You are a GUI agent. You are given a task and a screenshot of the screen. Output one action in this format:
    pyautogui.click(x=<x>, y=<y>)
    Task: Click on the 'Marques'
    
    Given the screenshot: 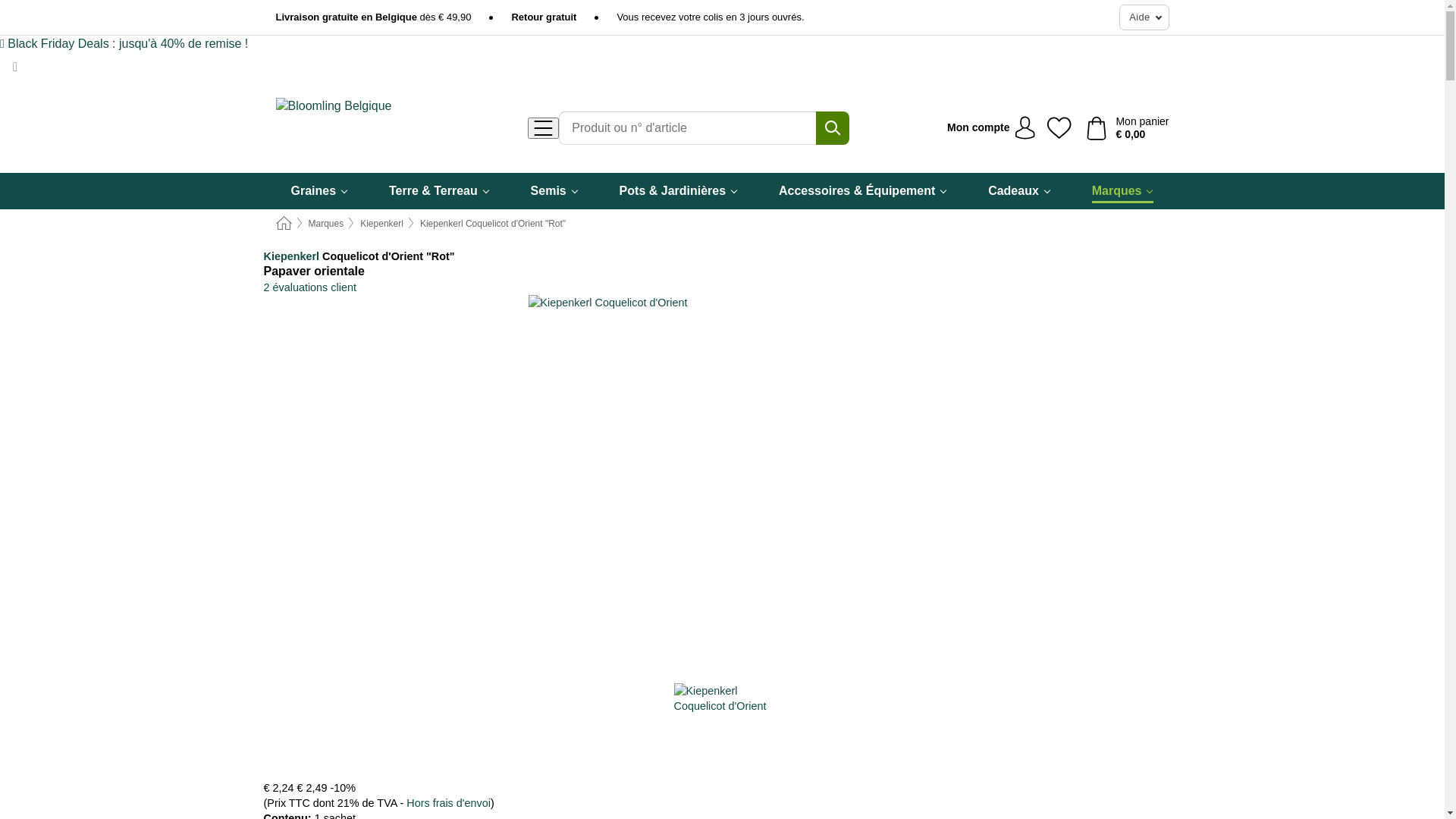 What is the action you would take?
    pyautogui.click(x=307, y=223)
    